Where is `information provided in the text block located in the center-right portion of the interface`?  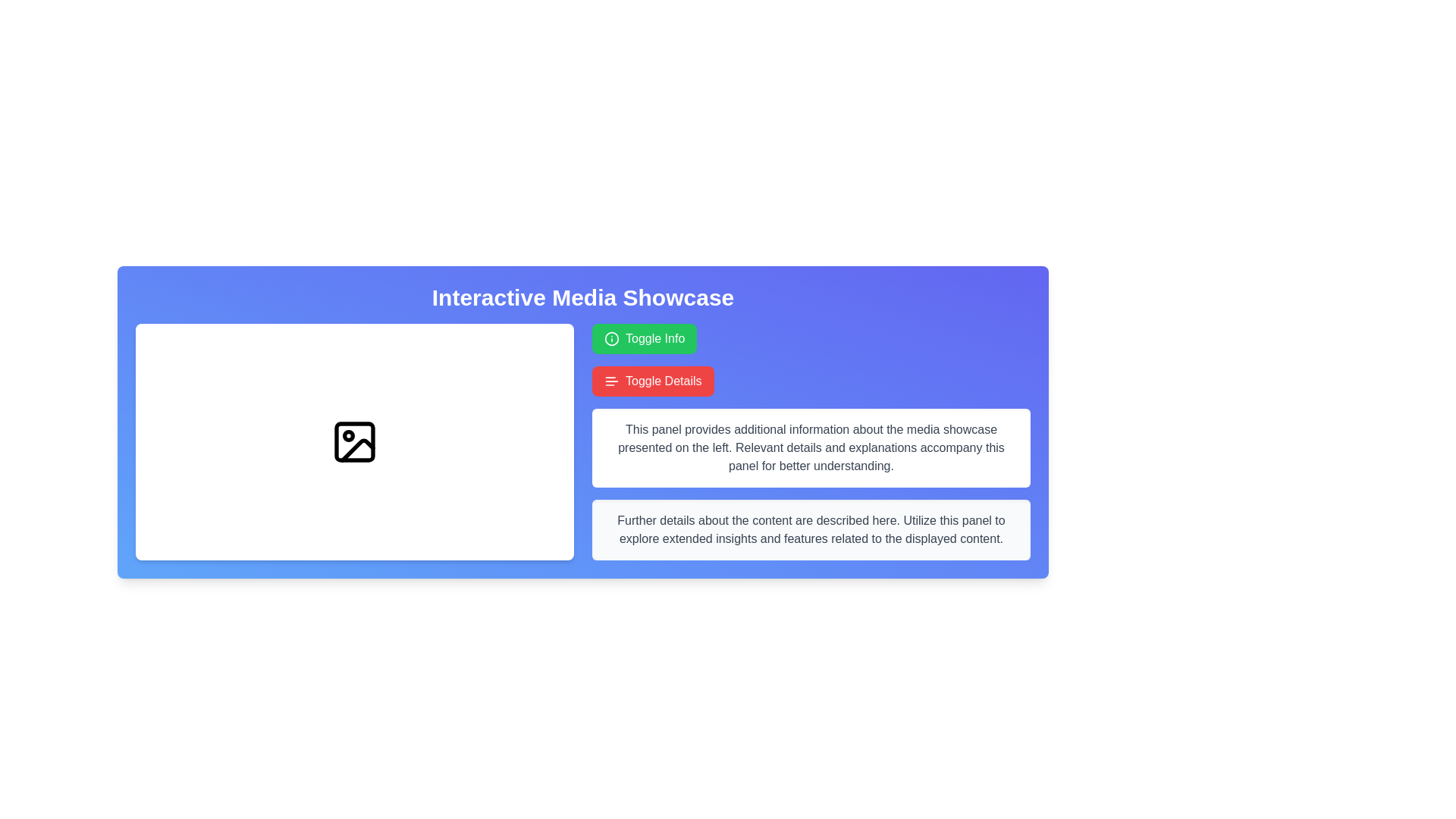 information provided in the text block located in the center-right portion of the interface is located at coordinates (811, 447).